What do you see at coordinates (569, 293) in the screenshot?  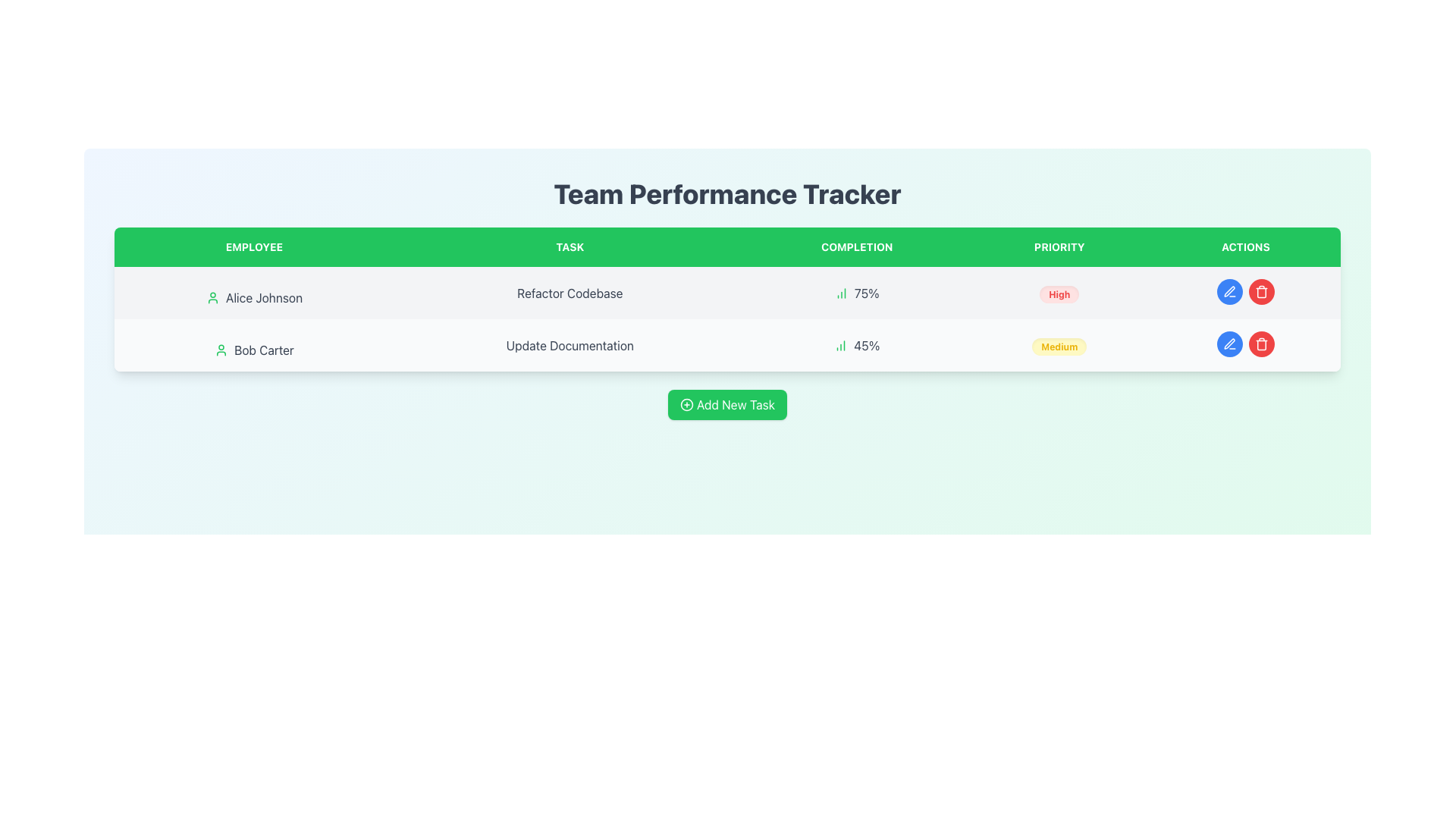 I see `the text label that communicates the task name assigned to 'Alice Johnson' in the task performance tracking interface, located in the second column of the first row of the structured table layout` at bounding box center [569, 293].